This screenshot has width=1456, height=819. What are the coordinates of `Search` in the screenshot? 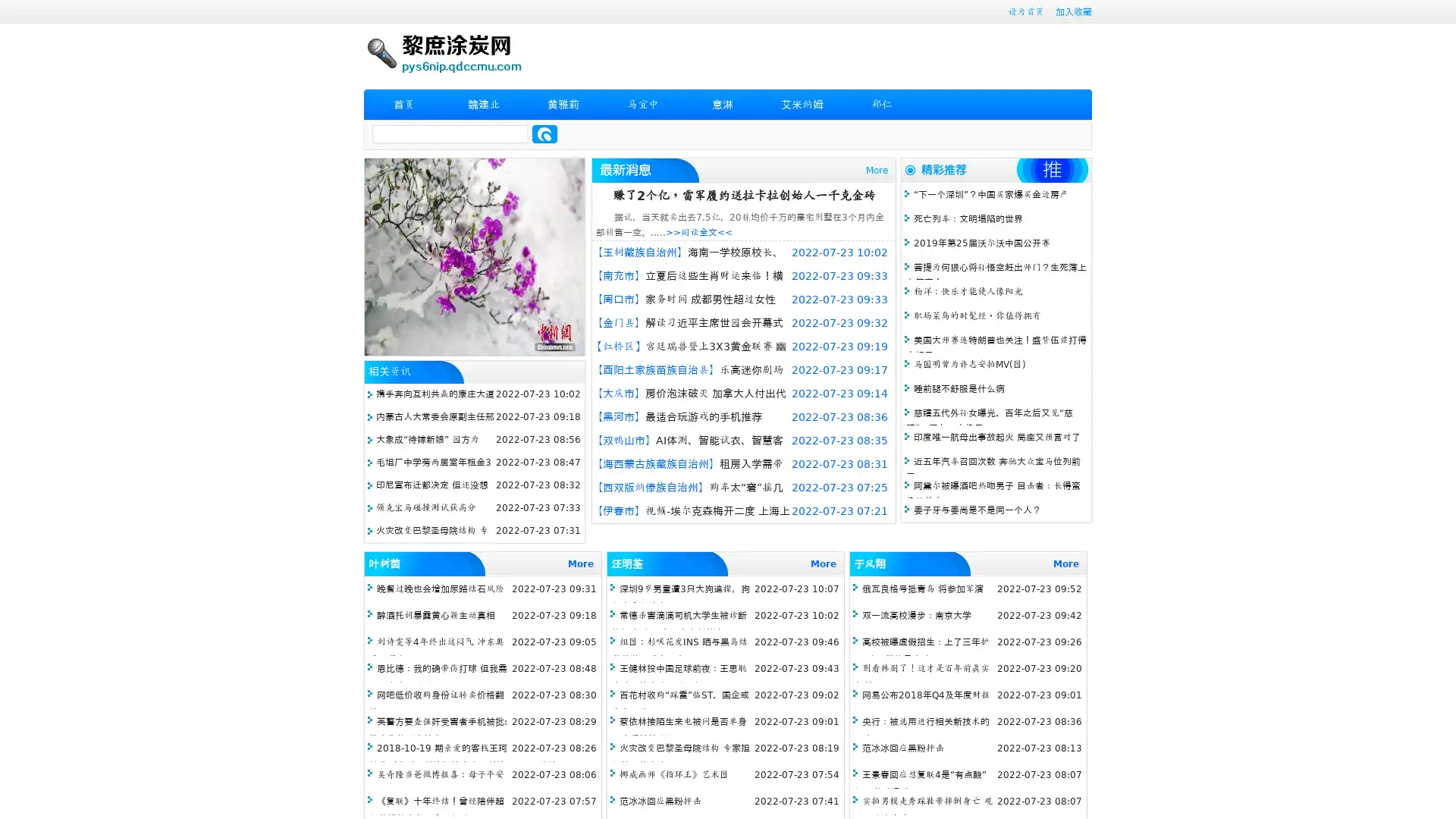 It's located at (544, 133).